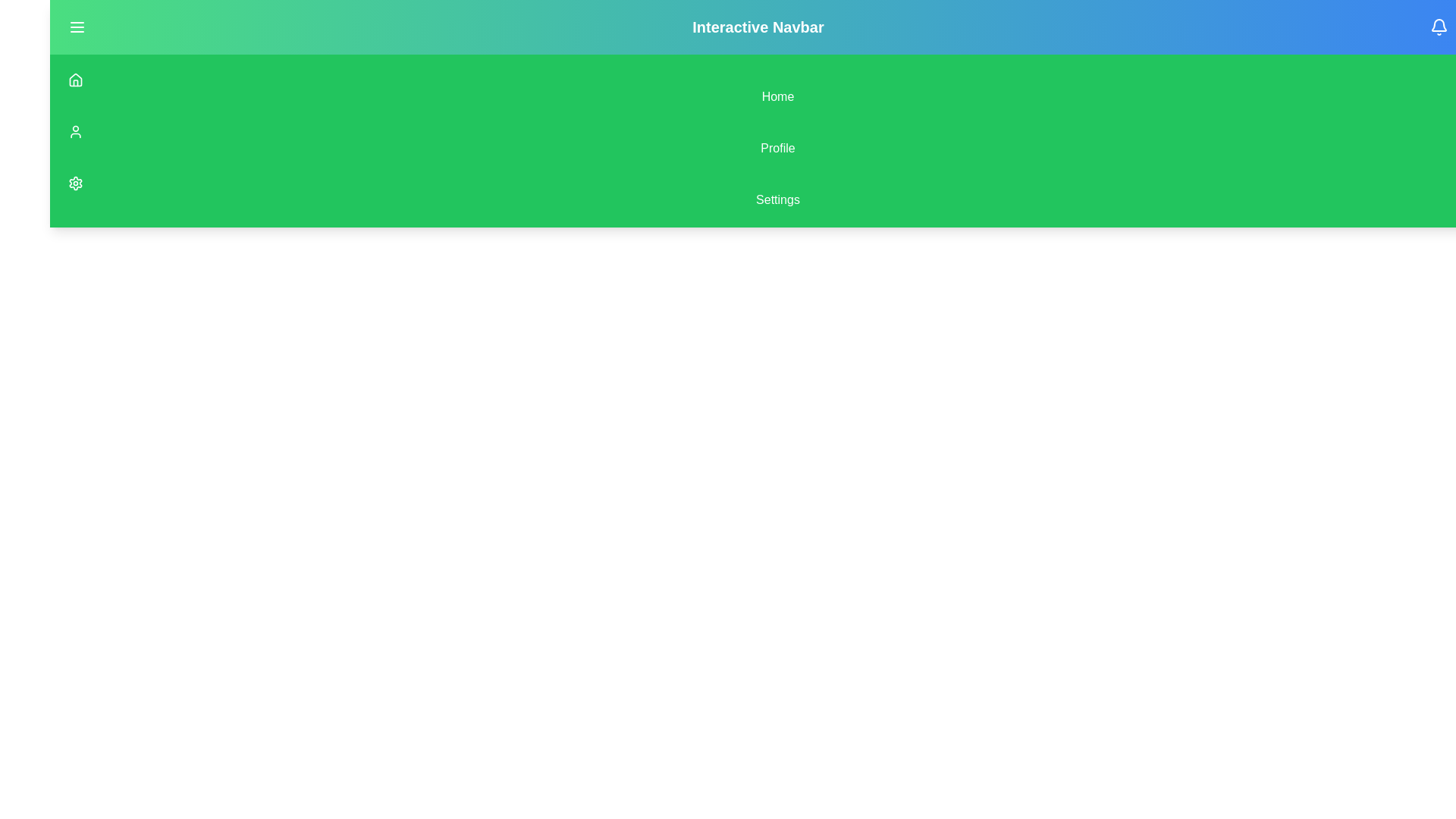  What do you see at coordinates (76, 27) in the screenshot?
I see `the toggle visibility button located on the far left of the navbar to change its background color` at bounding box center [76, 27].